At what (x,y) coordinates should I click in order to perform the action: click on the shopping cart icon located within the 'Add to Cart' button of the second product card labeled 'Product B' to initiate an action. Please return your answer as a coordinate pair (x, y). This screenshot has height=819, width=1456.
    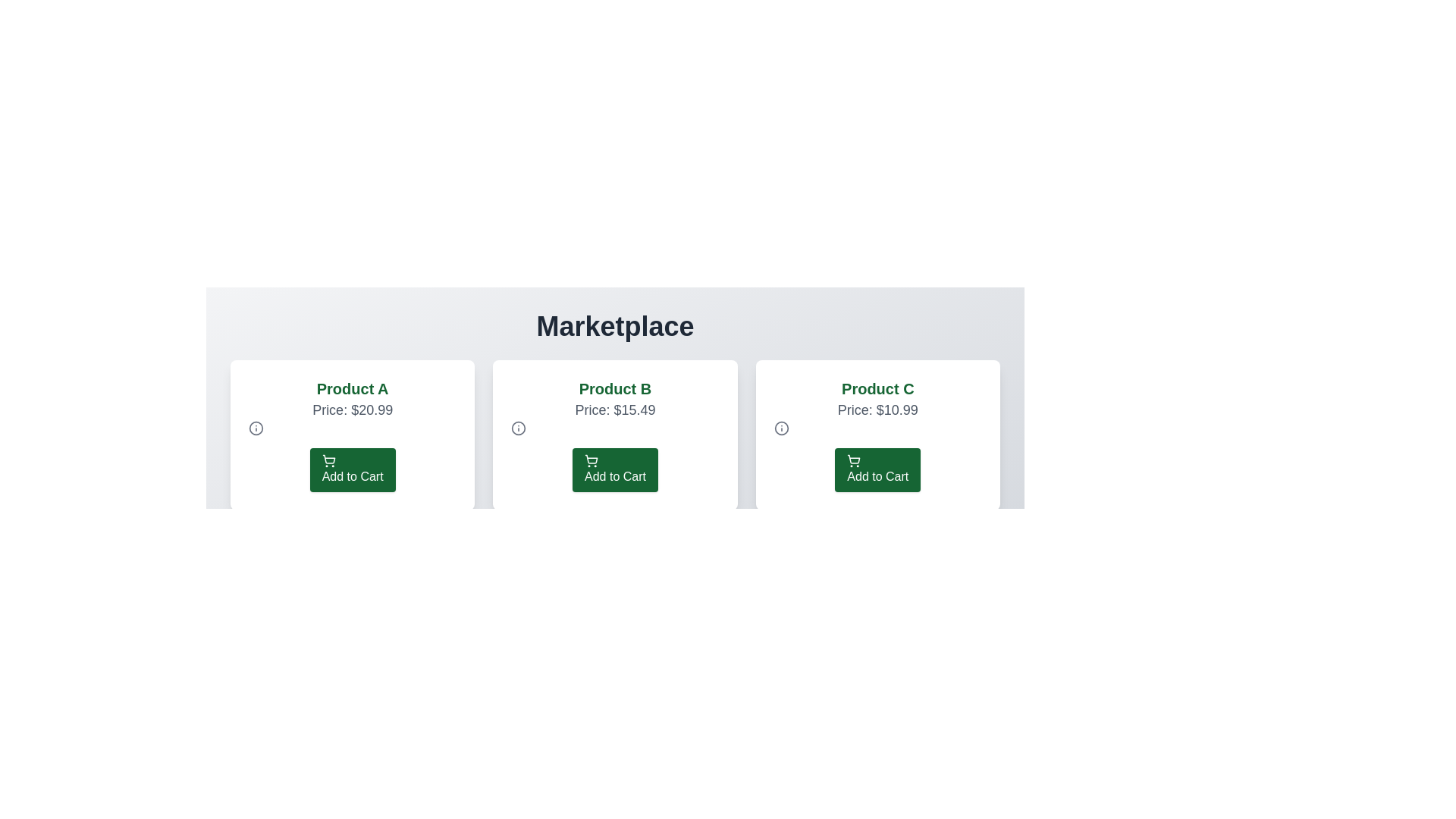
    Looking at the image, I should click on (591, 458).